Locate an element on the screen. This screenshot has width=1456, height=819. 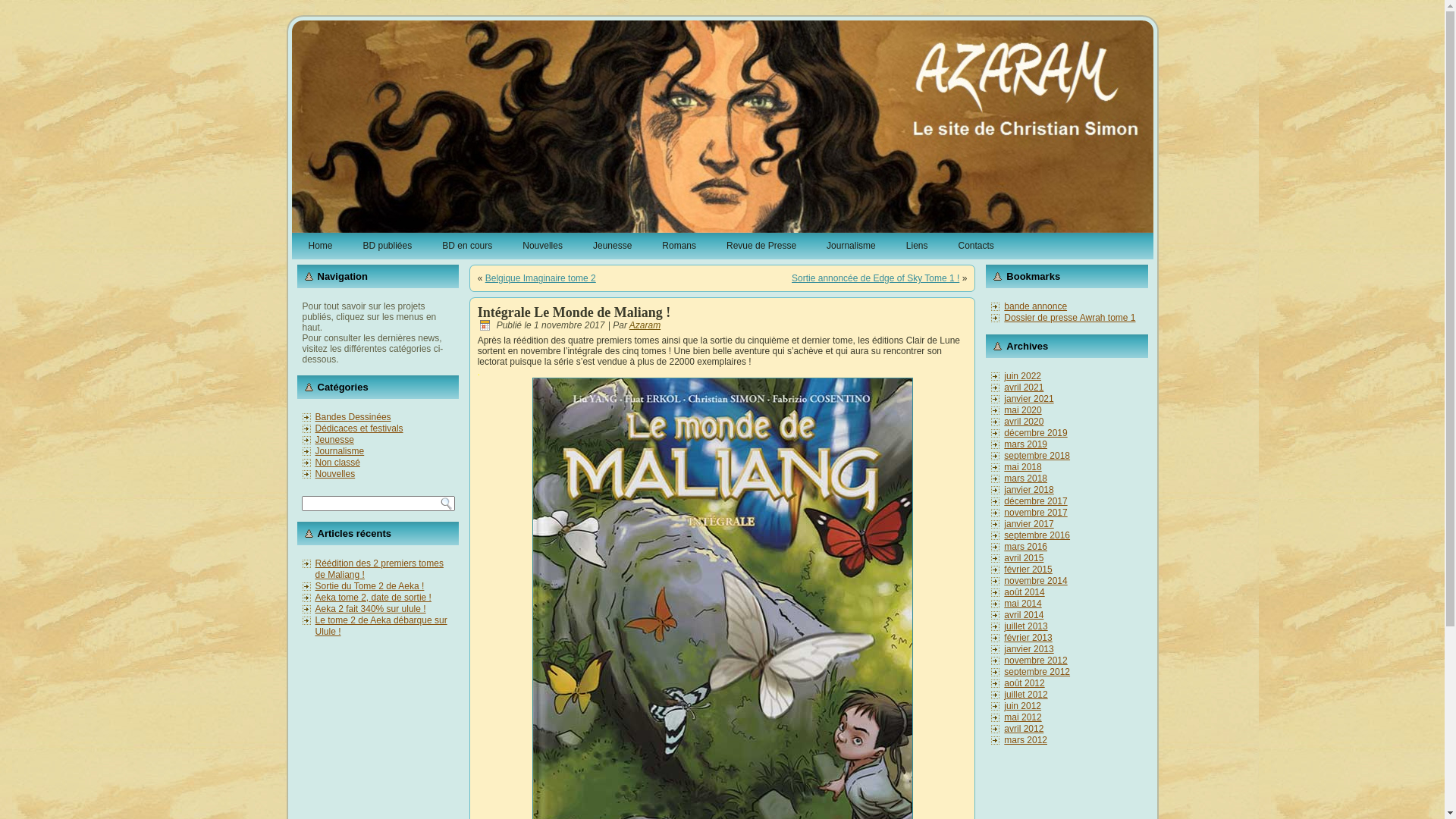
'janvier 2018' is located at coordinates (1028, 489).